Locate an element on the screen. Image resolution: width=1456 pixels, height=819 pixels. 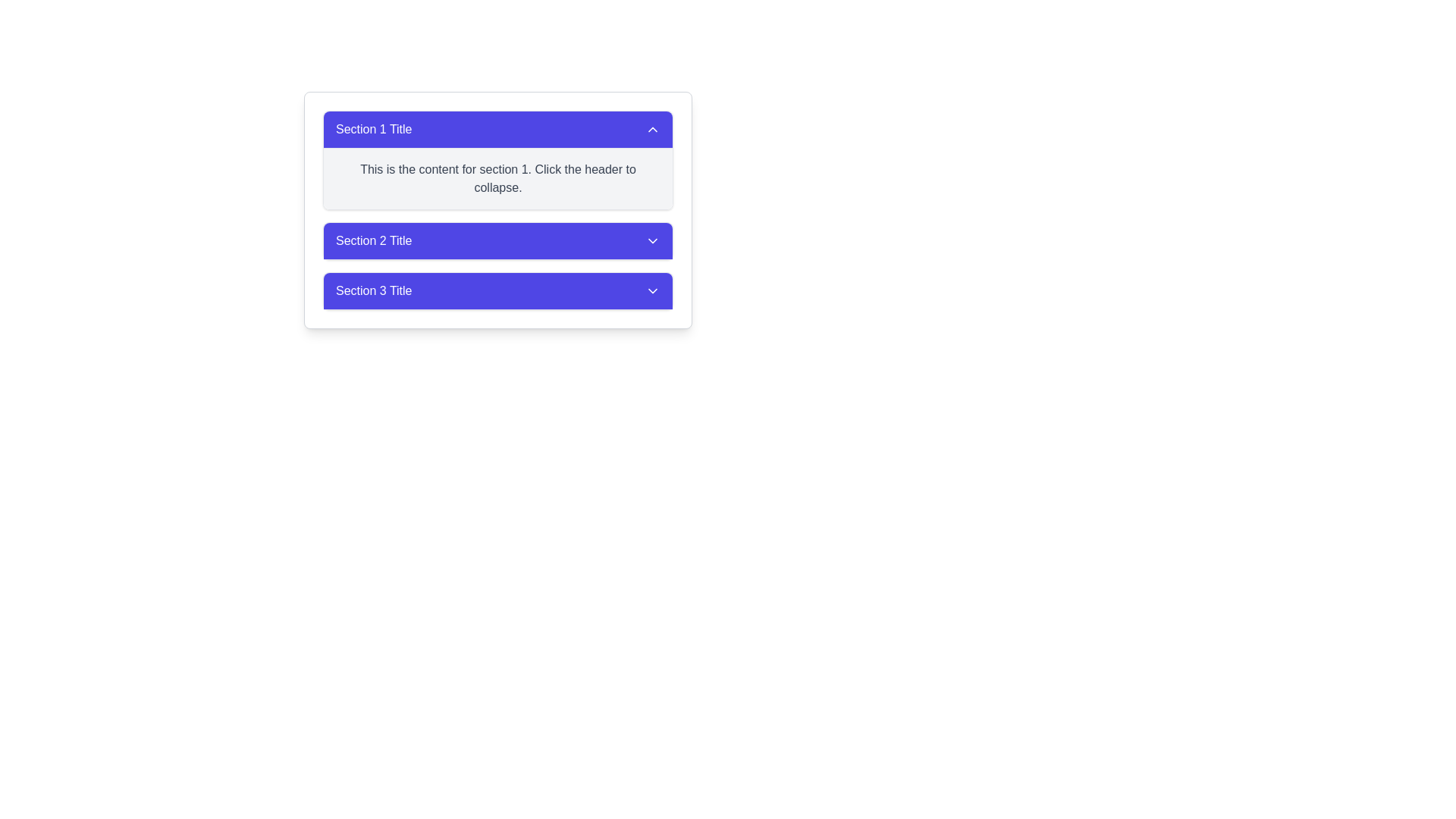
the first collapsible section, identified by its title bar, to trigger potential hover effects on interactive elements is located at coordinates (498, 160).